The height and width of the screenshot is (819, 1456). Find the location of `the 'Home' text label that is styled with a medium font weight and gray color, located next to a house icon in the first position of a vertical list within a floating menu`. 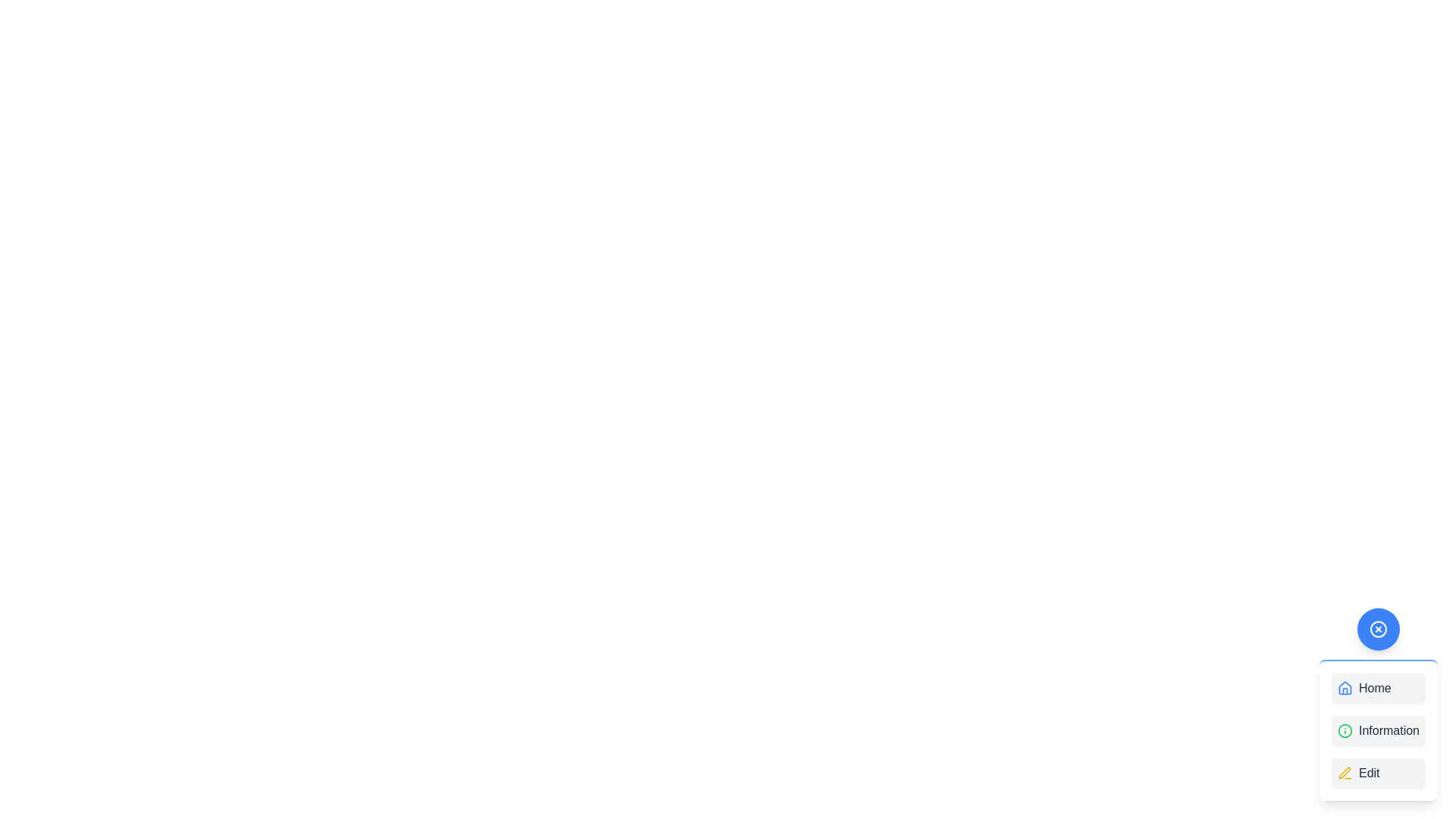

the 'Home' text label that is styled with a medium font weight and gray color, located next to a house icon in the first position of a vertical list within a floating menu is located at coordinates (1375, 688).